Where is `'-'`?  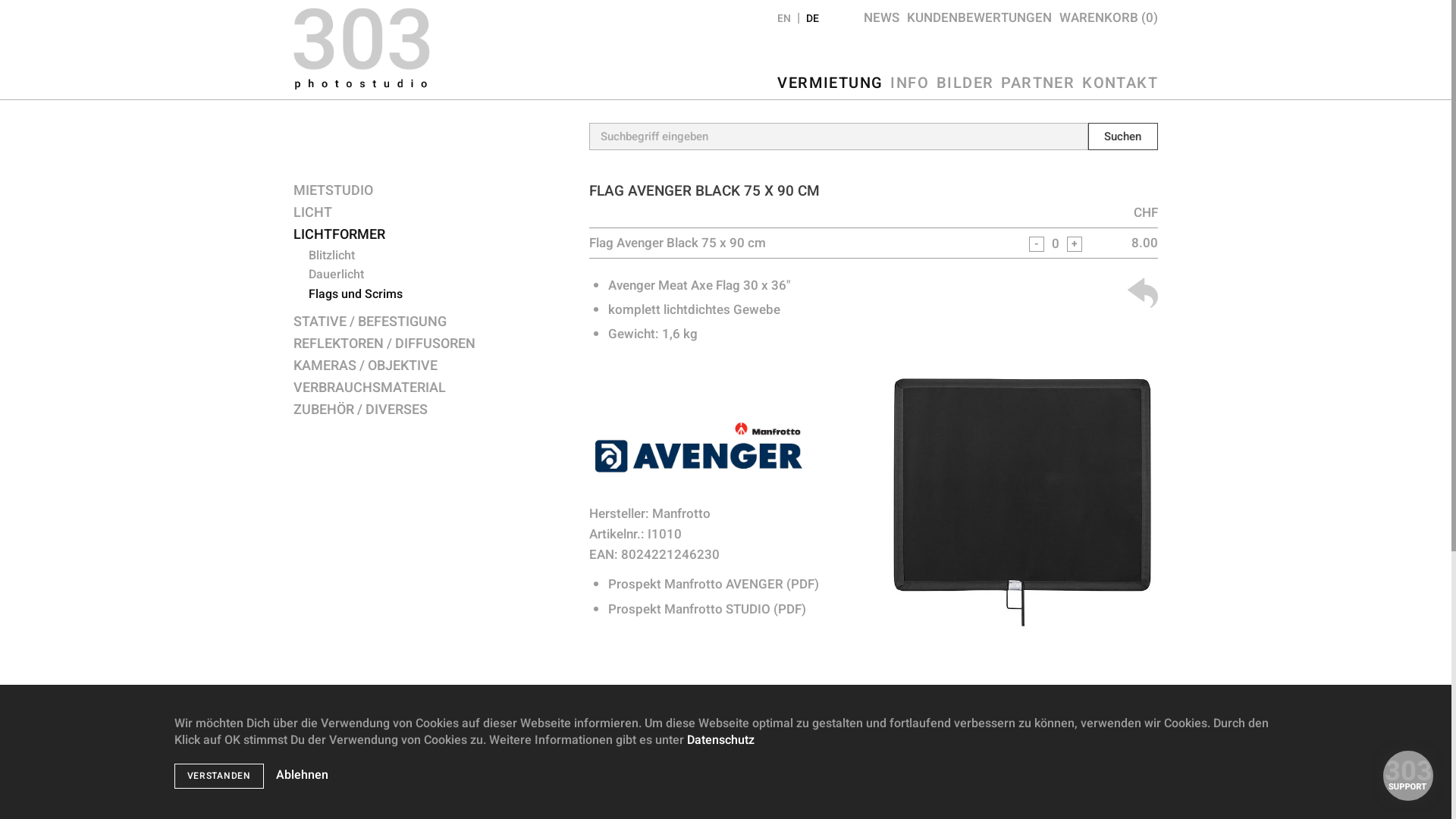
'-' is located at coordinates (1029, 243).